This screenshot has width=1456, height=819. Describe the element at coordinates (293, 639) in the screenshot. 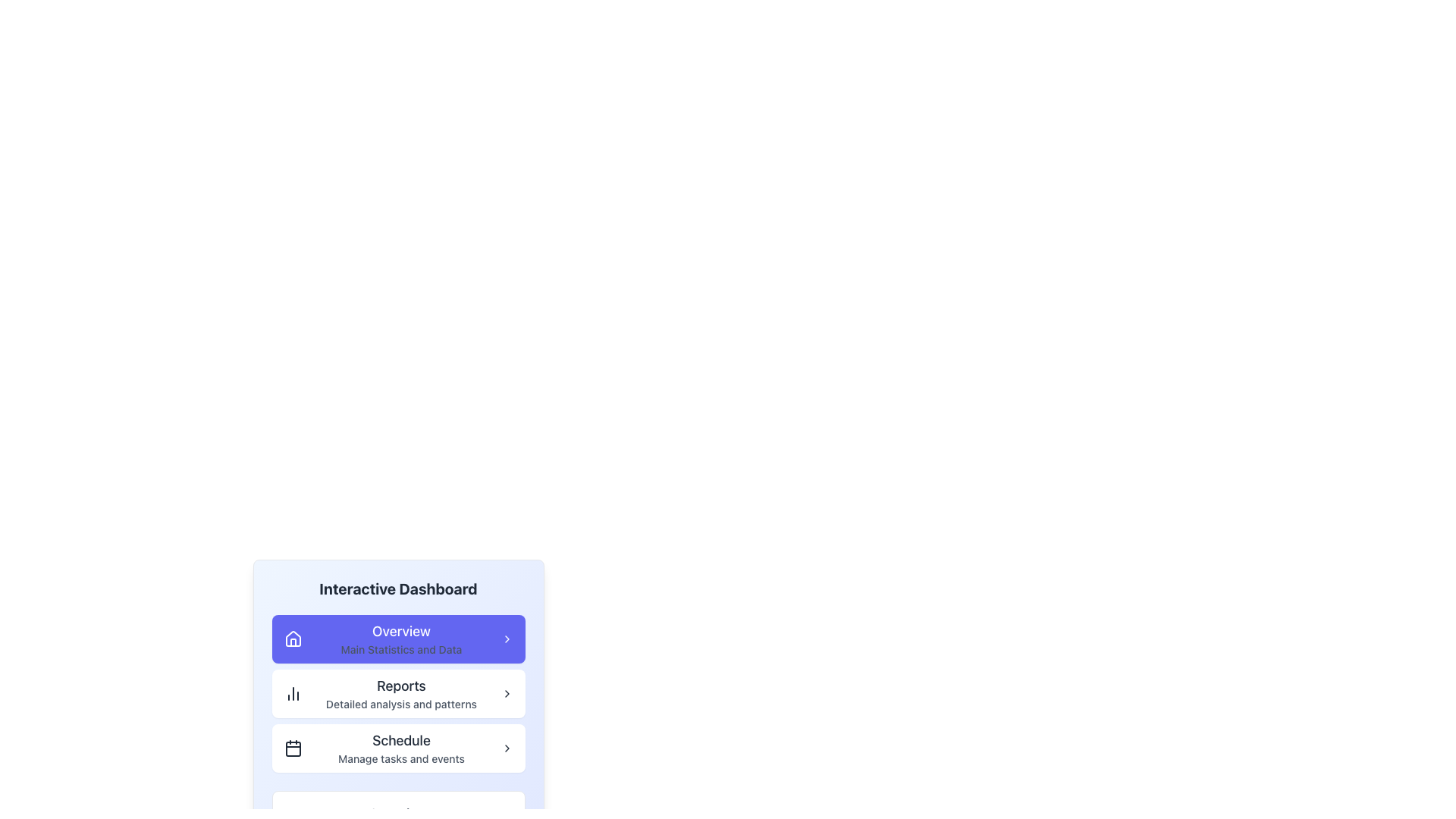

I see `the house icon located to the left of the 'Overview' text in the navigation menu` at that location.